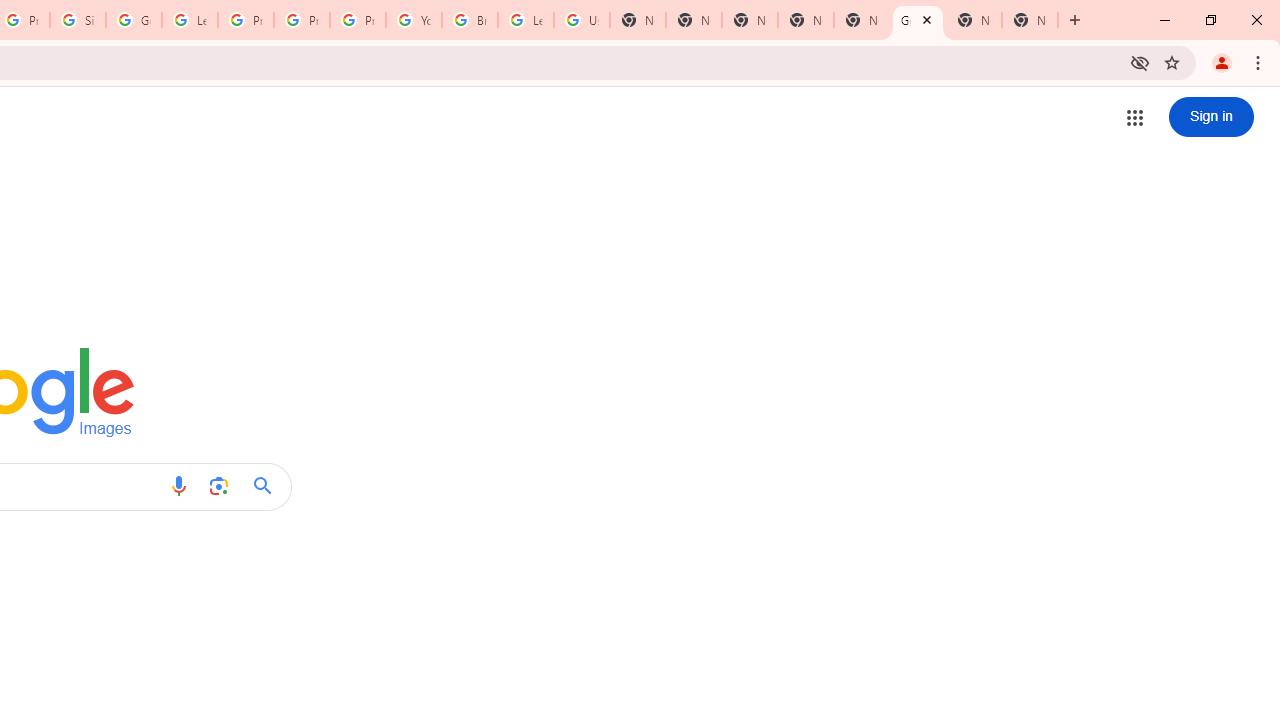 The height and width of the screenshot is (720, 1280). Describe the element at coordinates (413, 20) in the screenshot. I see `'YouTube'` at that location.